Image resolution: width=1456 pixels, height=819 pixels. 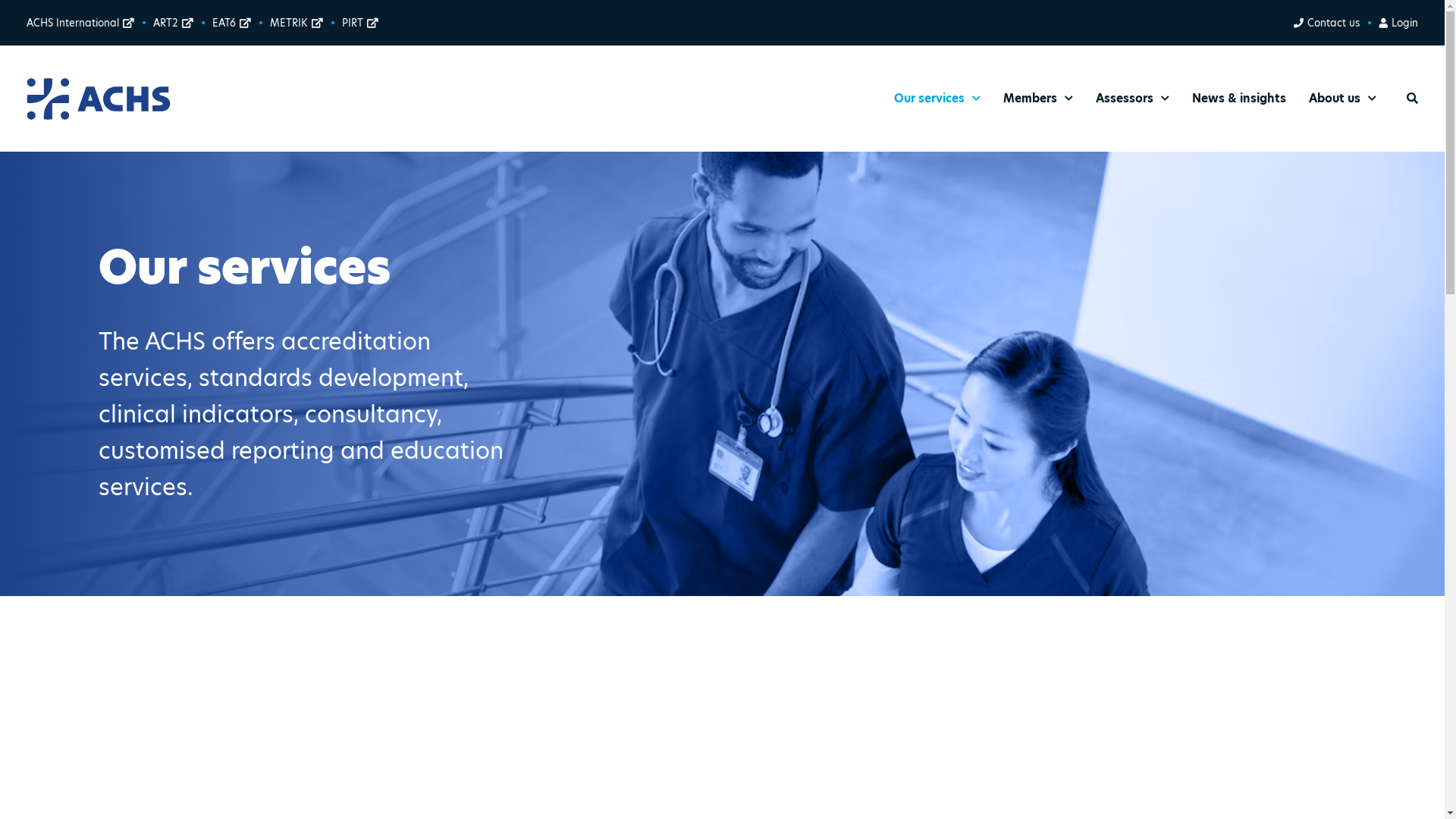 I want to click on 'ART2', so click(x=173, y=23).